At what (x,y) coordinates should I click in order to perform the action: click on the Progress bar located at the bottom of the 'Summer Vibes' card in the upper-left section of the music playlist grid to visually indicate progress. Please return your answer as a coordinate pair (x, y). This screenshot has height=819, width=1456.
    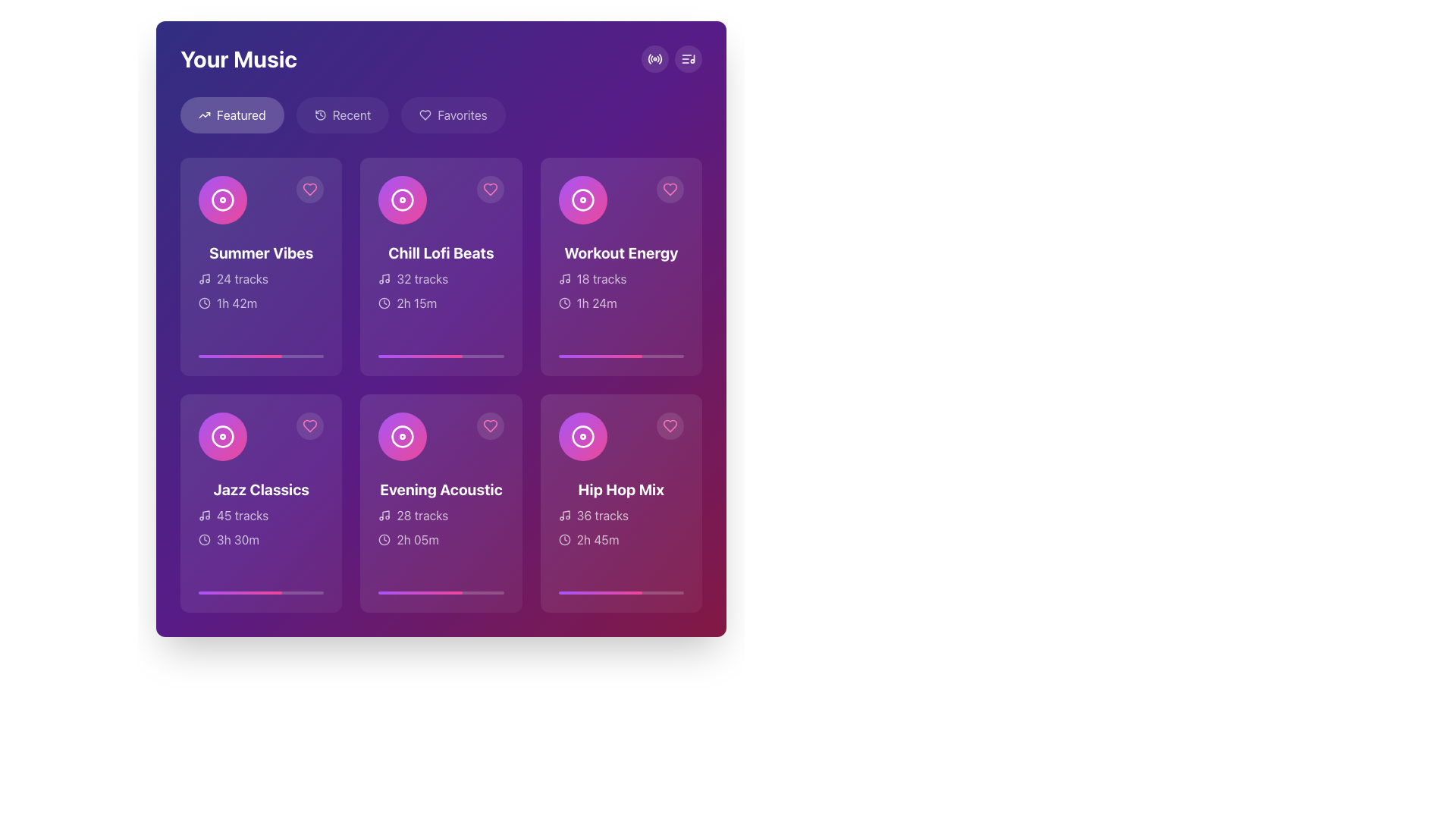
    Looking at the image, I should click on (261, 356).